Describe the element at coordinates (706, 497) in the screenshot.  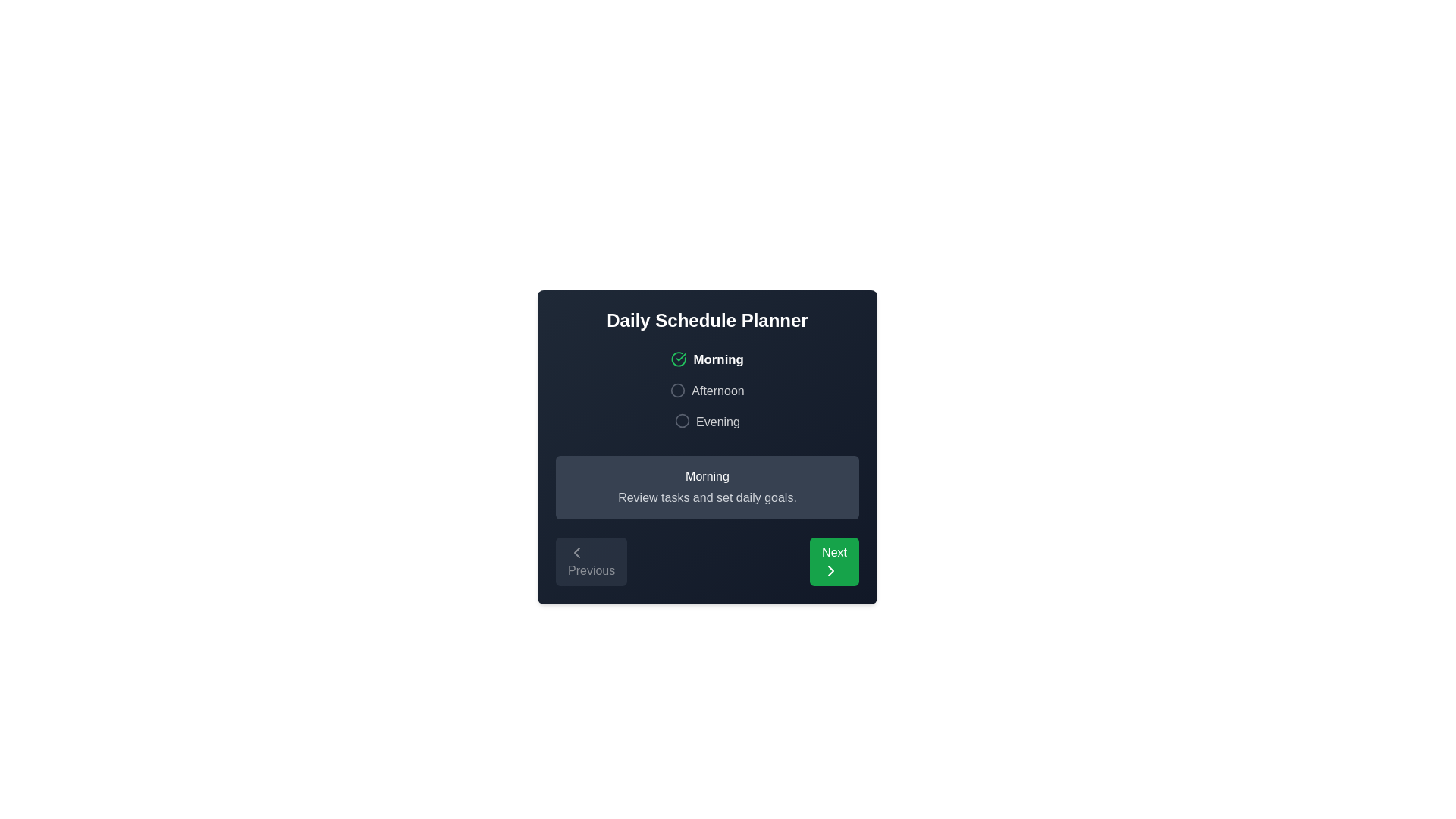
I see `additional information or context text displayed under the 'Morning' selection in the Daily Schedule Planner interface` at that location.